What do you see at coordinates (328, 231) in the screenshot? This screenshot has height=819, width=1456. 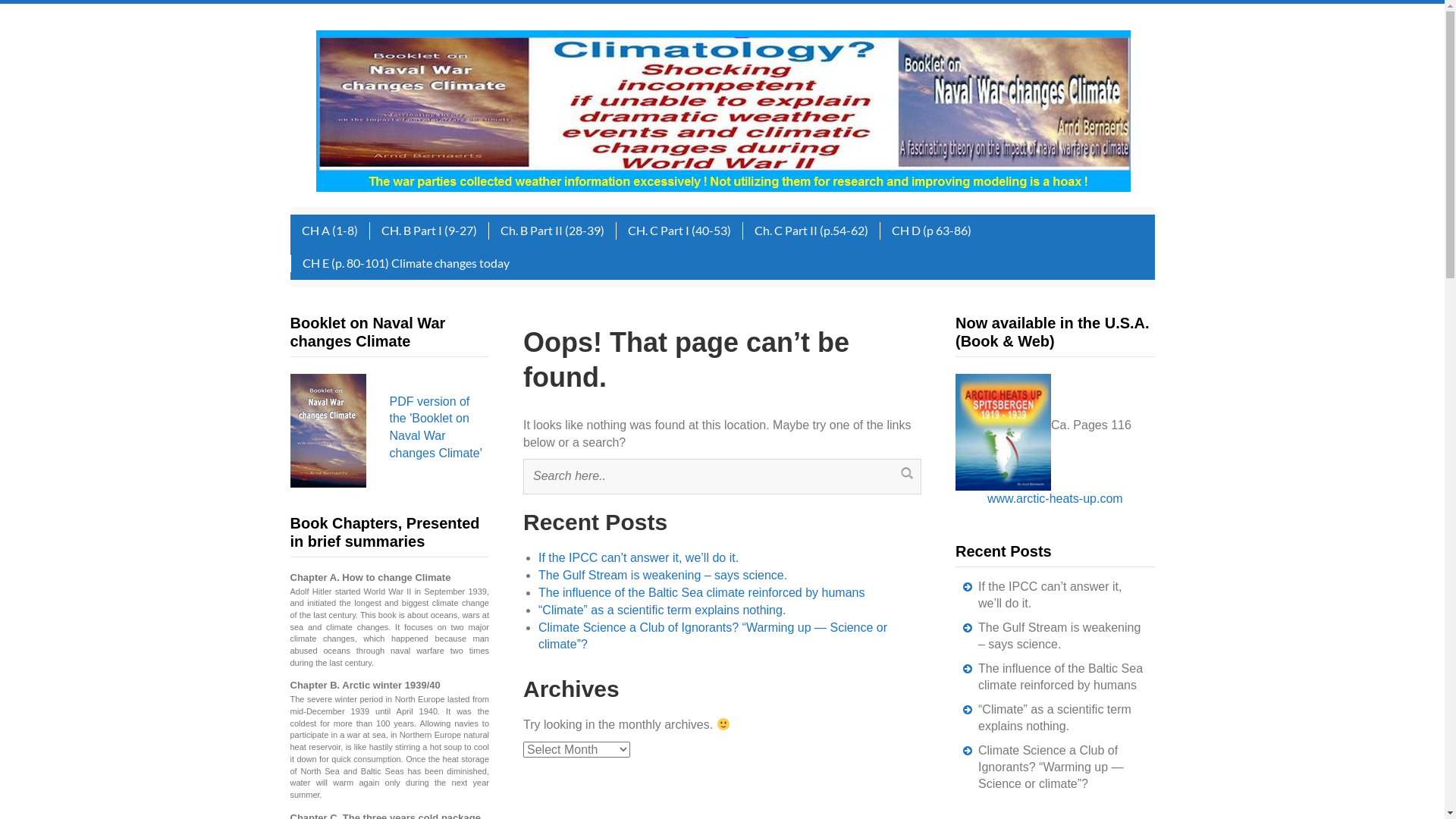 I see `'CH A (1-8)'` at bounding box center [328, 231].